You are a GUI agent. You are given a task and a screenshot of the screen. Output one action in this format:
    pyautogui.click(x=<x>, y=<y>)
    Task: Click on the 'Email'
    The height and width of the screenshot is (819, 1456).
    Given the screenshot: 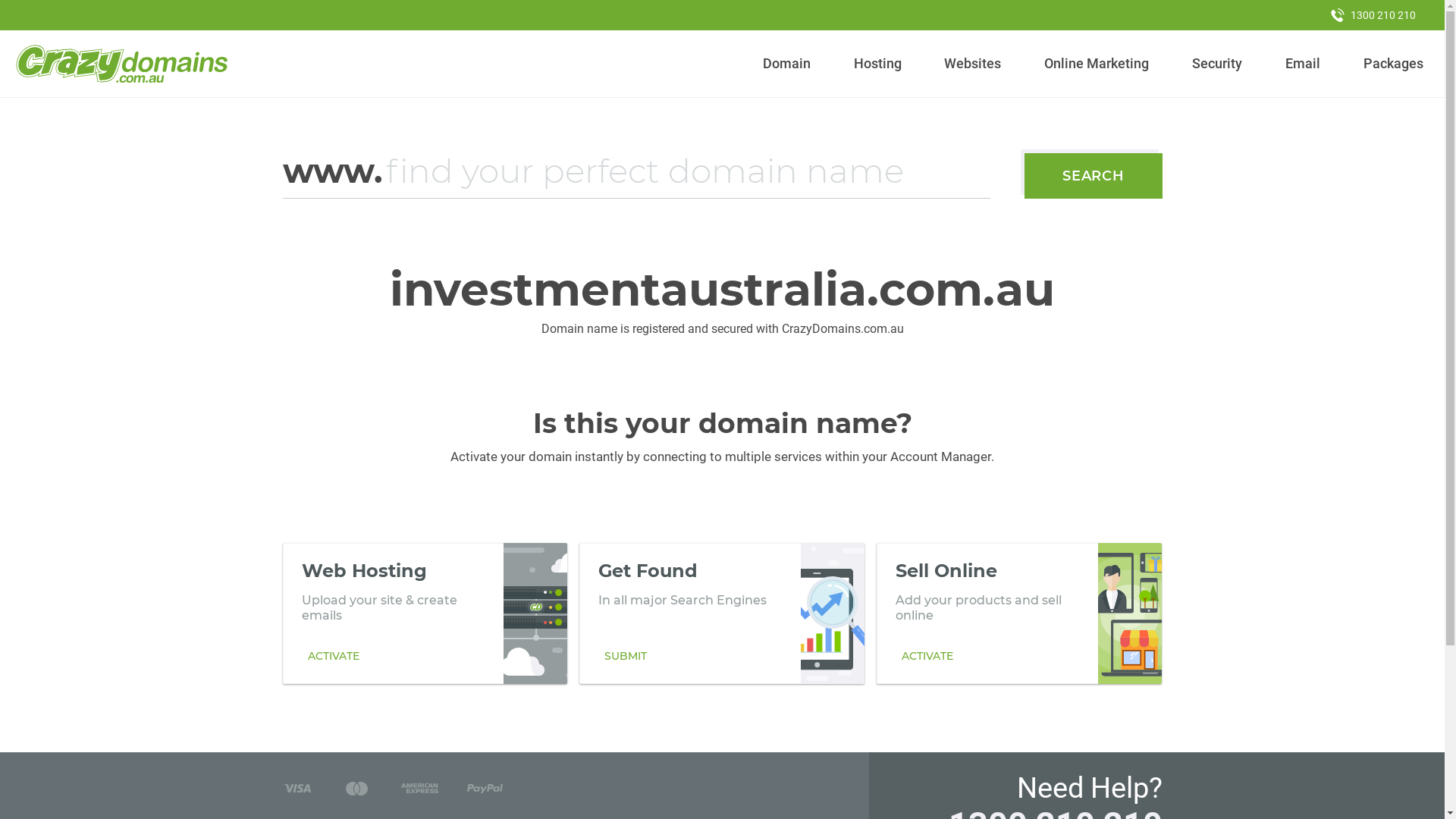 What is the action you would take?
    pyautogui.click(x=1301, y=63)
    